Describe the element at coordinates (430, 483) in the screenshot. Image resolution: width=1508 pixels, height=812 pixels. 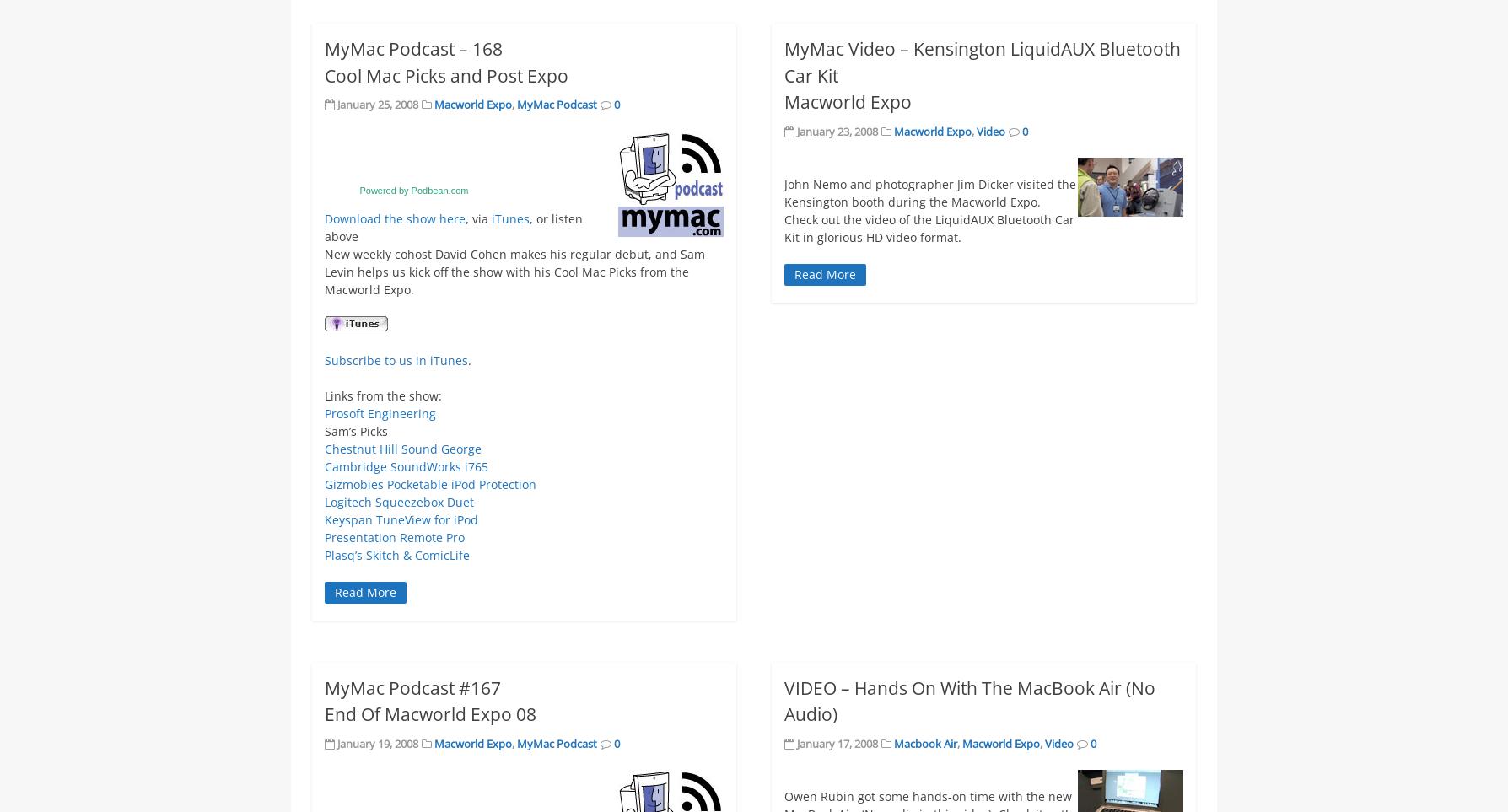
I see `'Gizmobies Pocketable iPod Protection'` at that location.